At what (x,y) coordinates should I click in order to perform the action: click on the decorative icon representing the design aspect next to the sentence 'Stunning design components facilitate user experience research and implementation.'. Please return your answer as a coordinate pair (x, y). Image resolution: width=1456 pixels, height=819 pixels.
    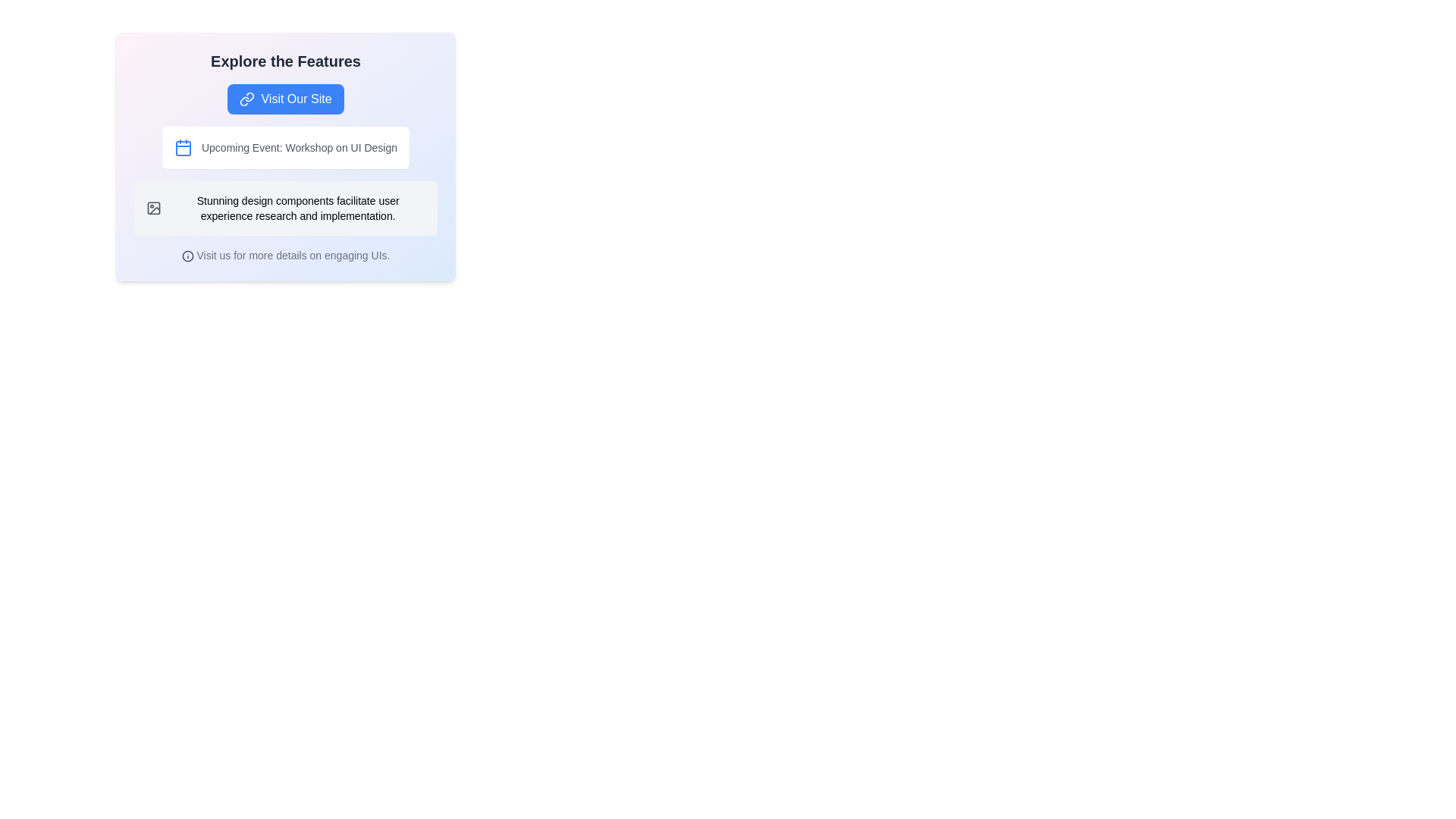
    Looking at the image, I should click on (154, 208).